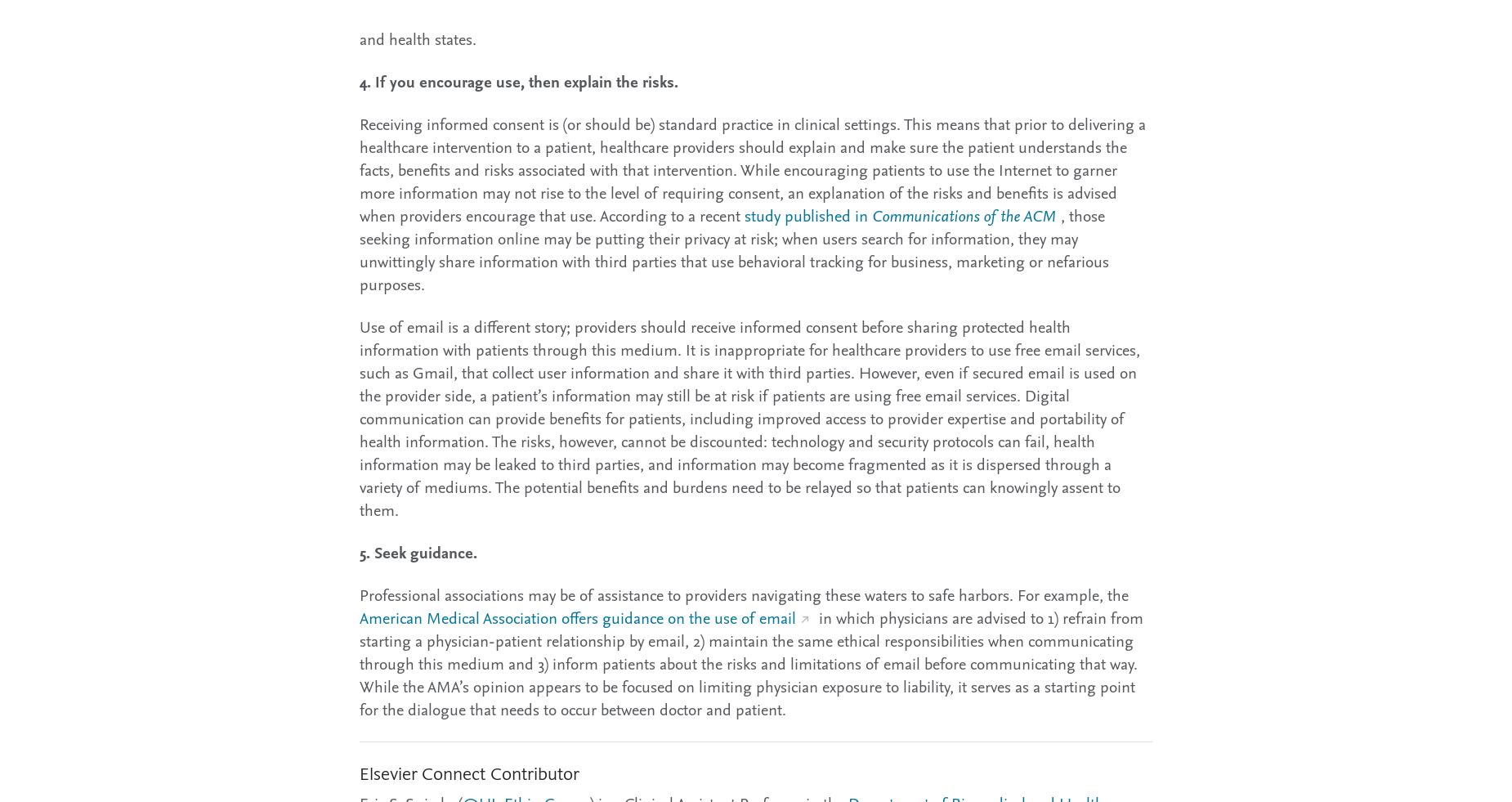 The height and width of the screenshot is (802, 1512). I want to click on 'Communications of the ACM', so click(871, 214).